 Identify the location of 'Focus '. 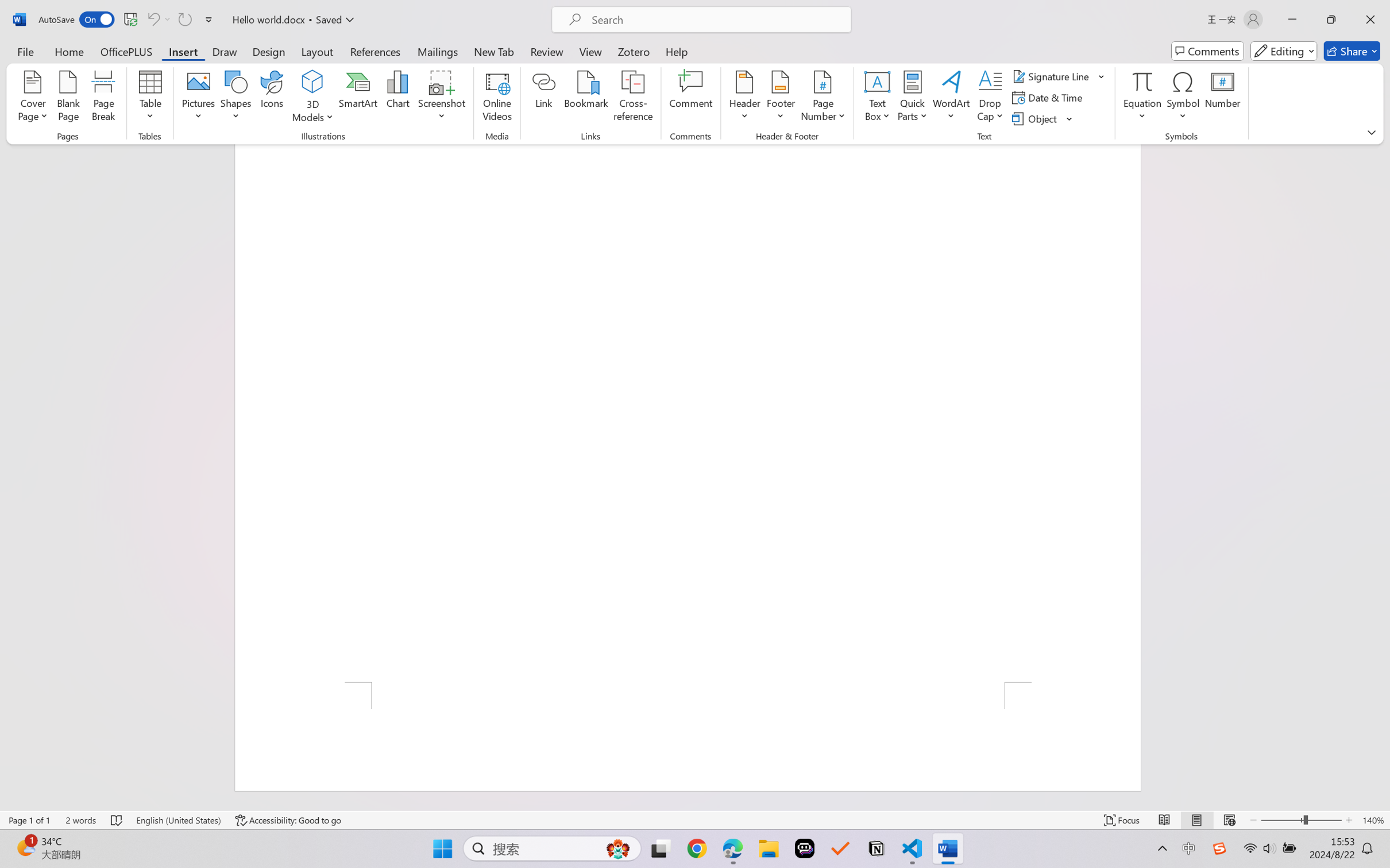
(1122, 820).